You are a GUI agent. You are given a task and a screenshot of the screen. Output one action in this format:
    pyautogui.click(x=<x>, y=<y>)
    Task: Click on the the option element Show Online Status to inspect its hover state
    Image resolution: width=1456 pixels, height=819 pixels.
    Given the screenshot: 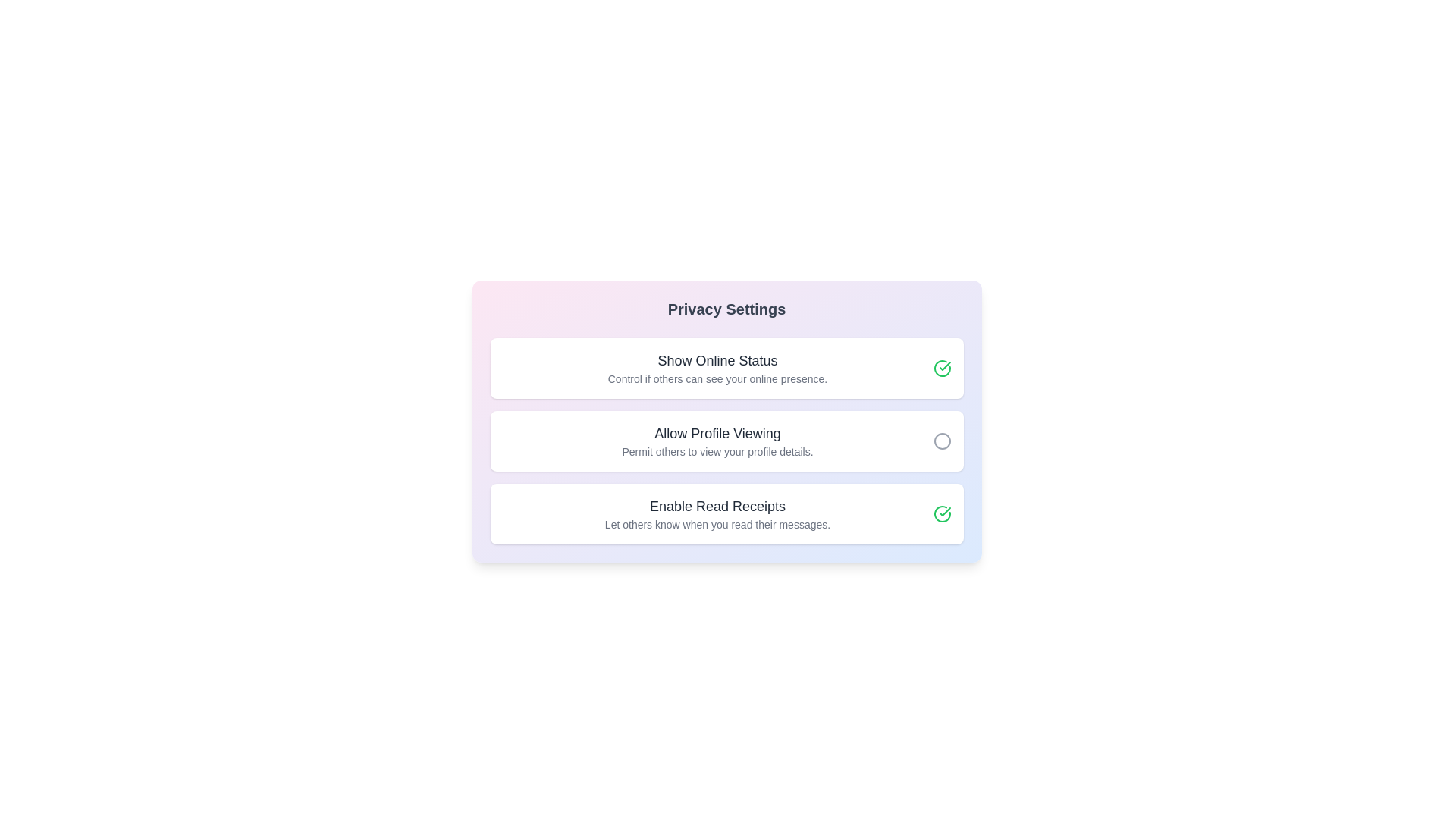 What is the action you would take?
    pyautogui.click(x=726, y=369)
    